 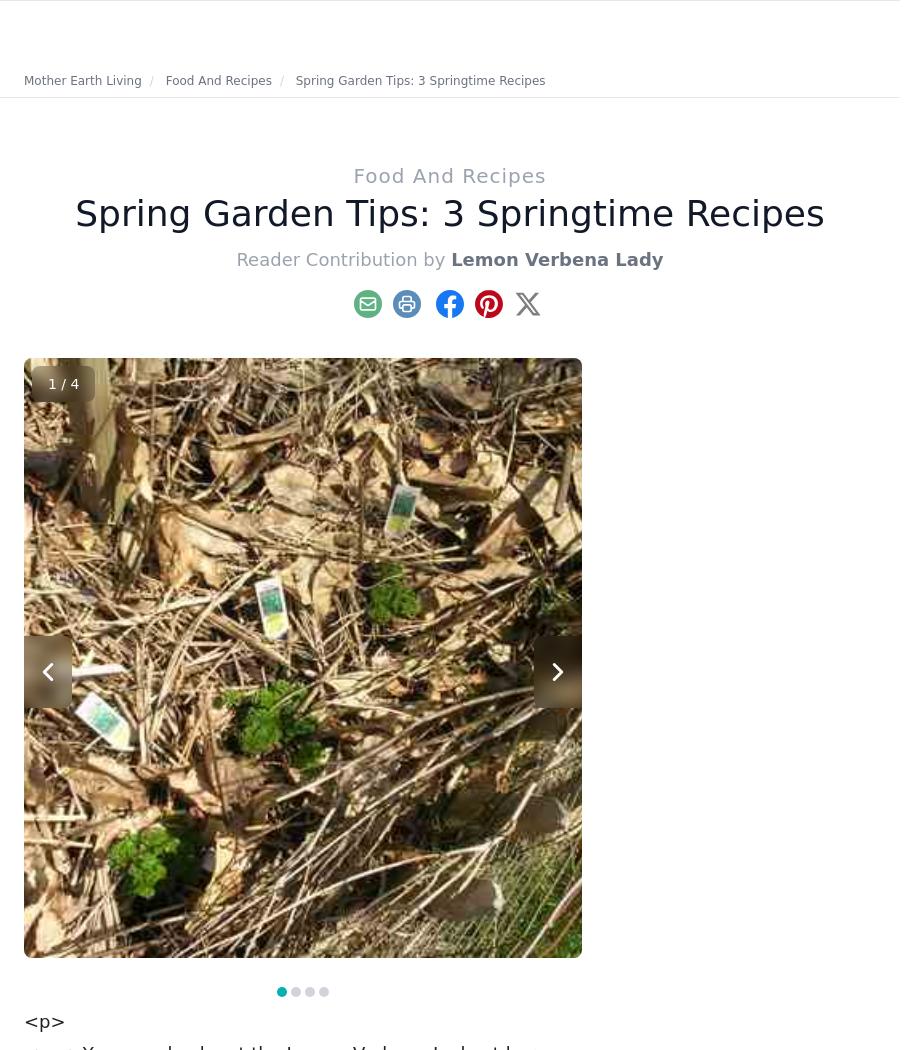 What do you see at coordinates (789, 810) in the screenshot?
I see `'Including fresh ginger, garlic and onions in your daily diet can ease various maladies.'` at bounding box center [789, 810].